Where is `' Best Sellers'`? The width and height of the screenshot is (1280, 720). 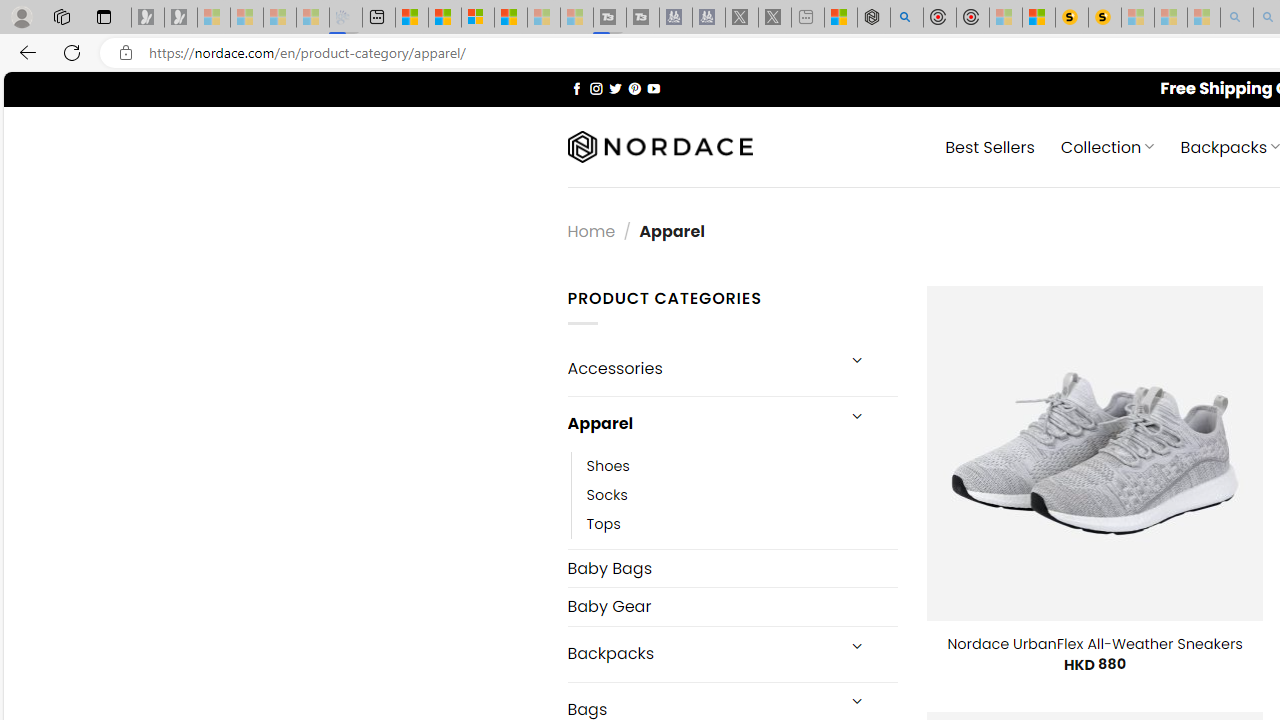 ' Best Sellers' is located at coordinates (990, 145).